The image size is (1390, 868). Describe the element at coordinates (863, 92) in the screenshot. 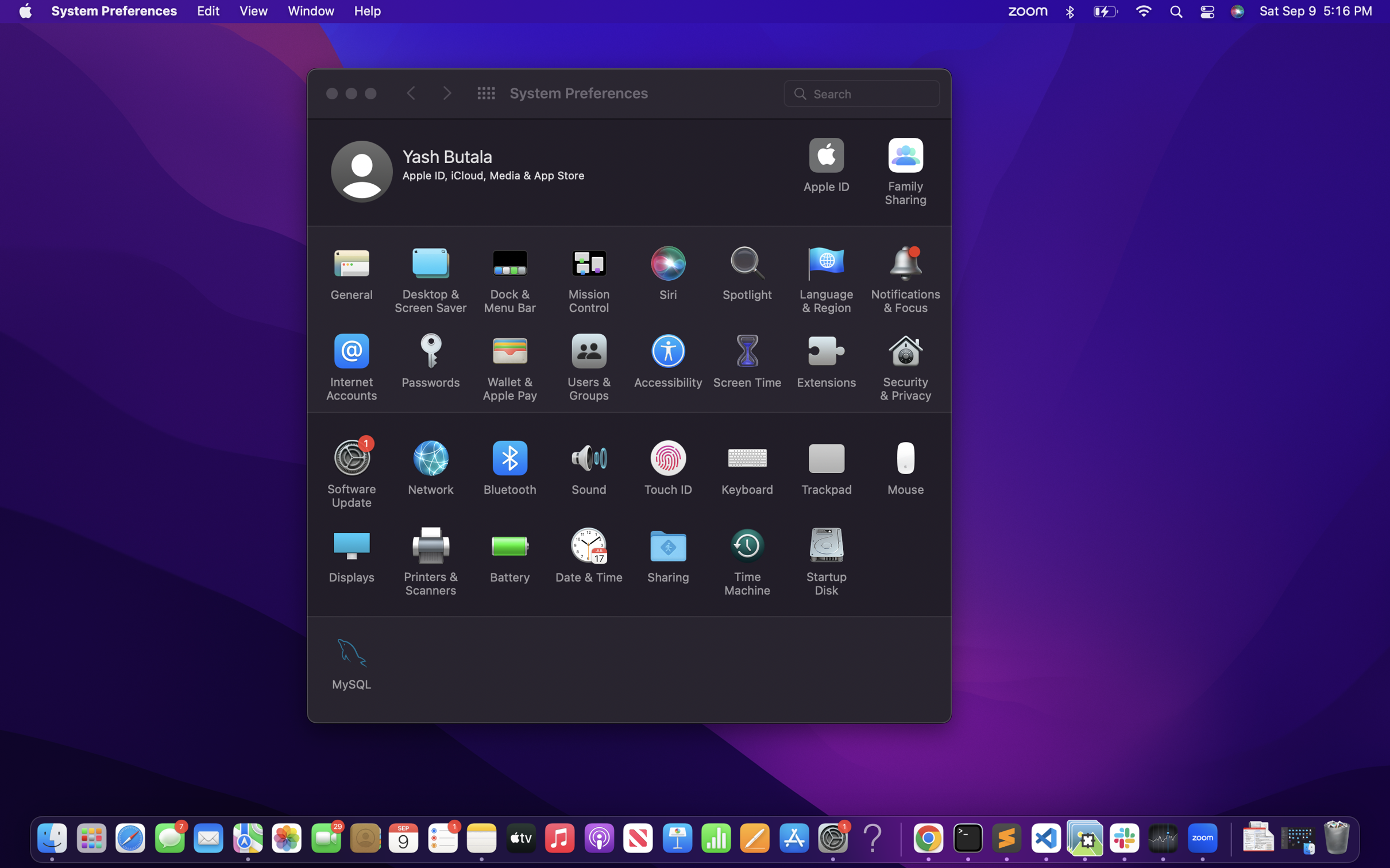

I see `Use search bar to access the application setting` at that location.